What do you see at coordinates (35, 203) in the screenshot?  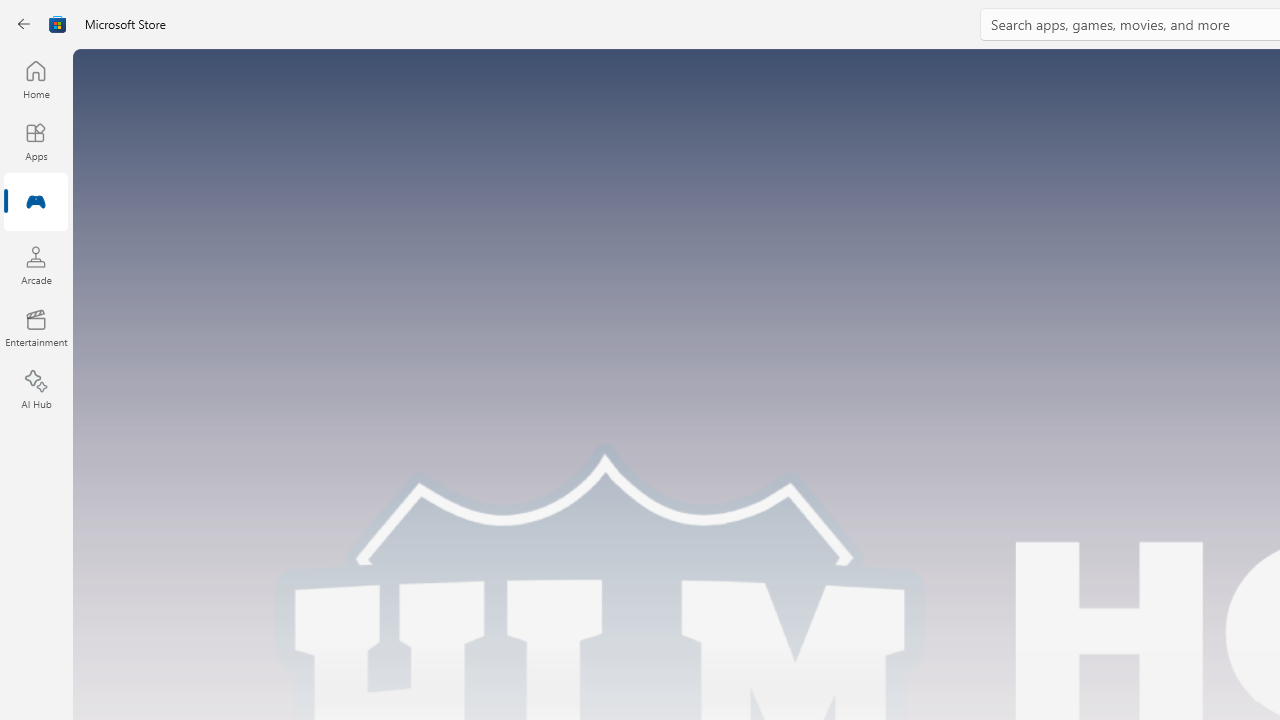 I see `'Gaming'` at bounding box center [35, 203].